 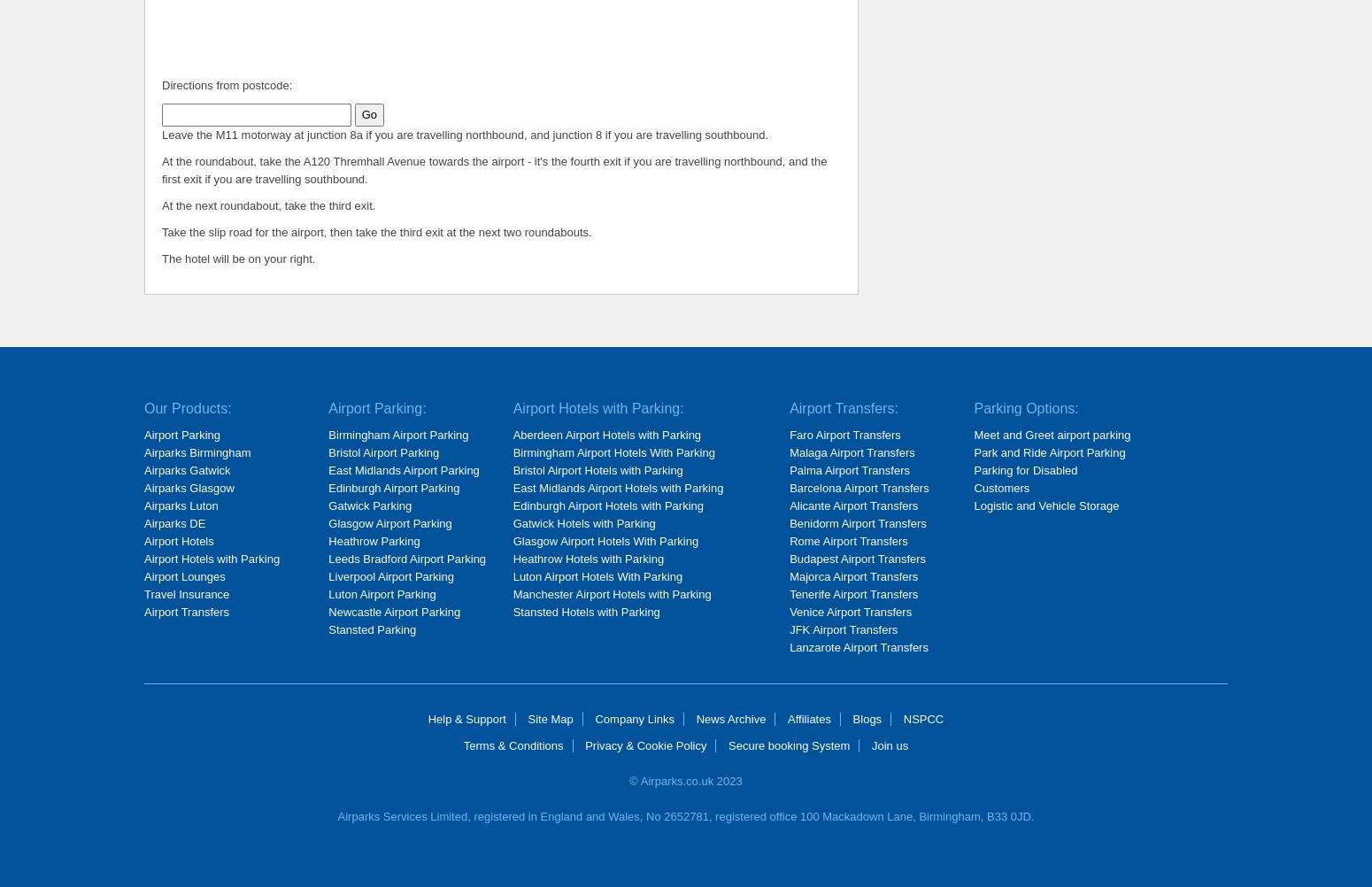 What do you see at coordinates (183, 575) in the screenshot?
I see `'Airport Lounges'` at bounding box center [183, 575].